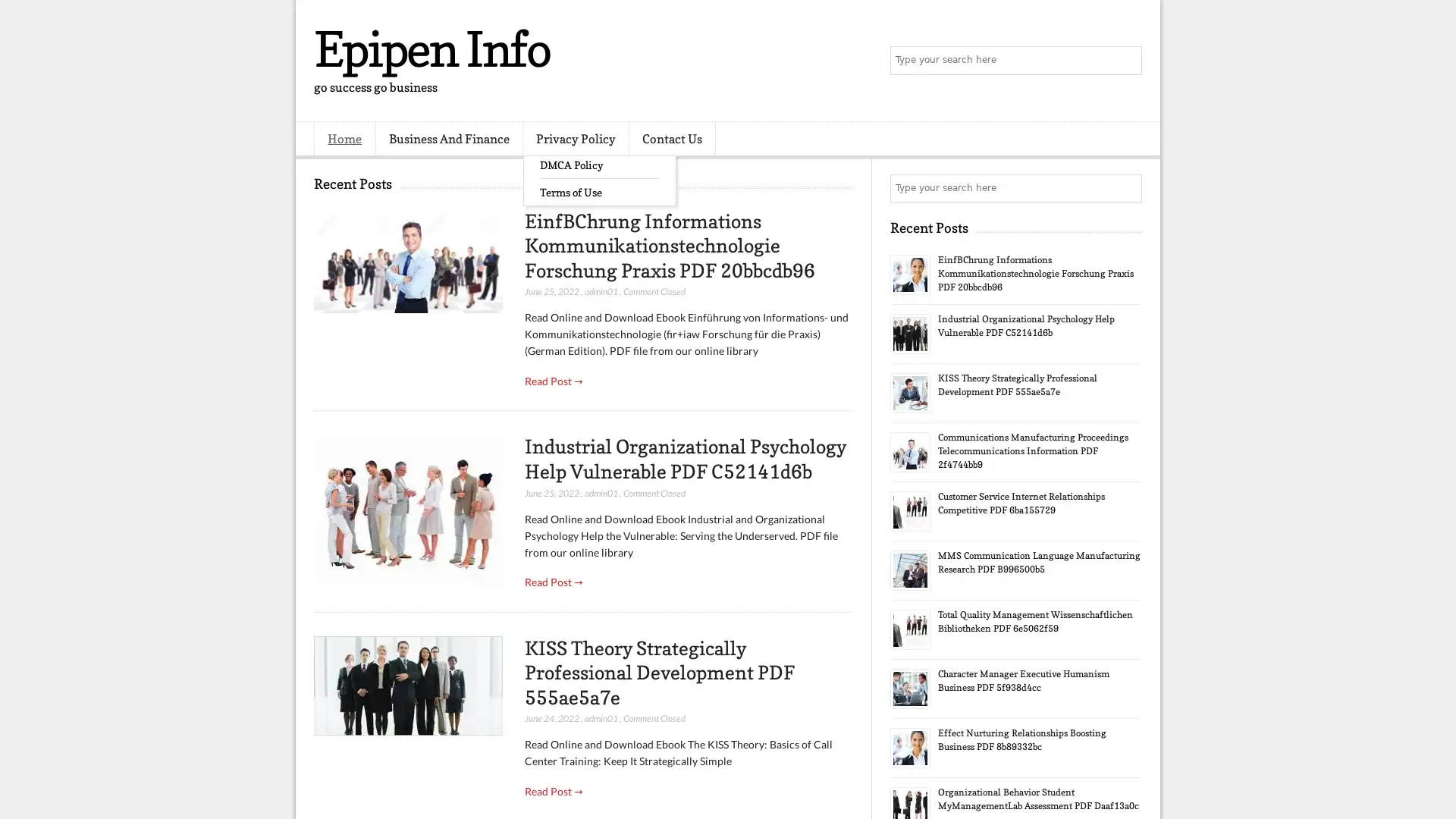 The image size is (1456, 819). What do you see at coordinates (1126, 61) in the screenshot?
I see `Search` at bounding box center [1126, 61].